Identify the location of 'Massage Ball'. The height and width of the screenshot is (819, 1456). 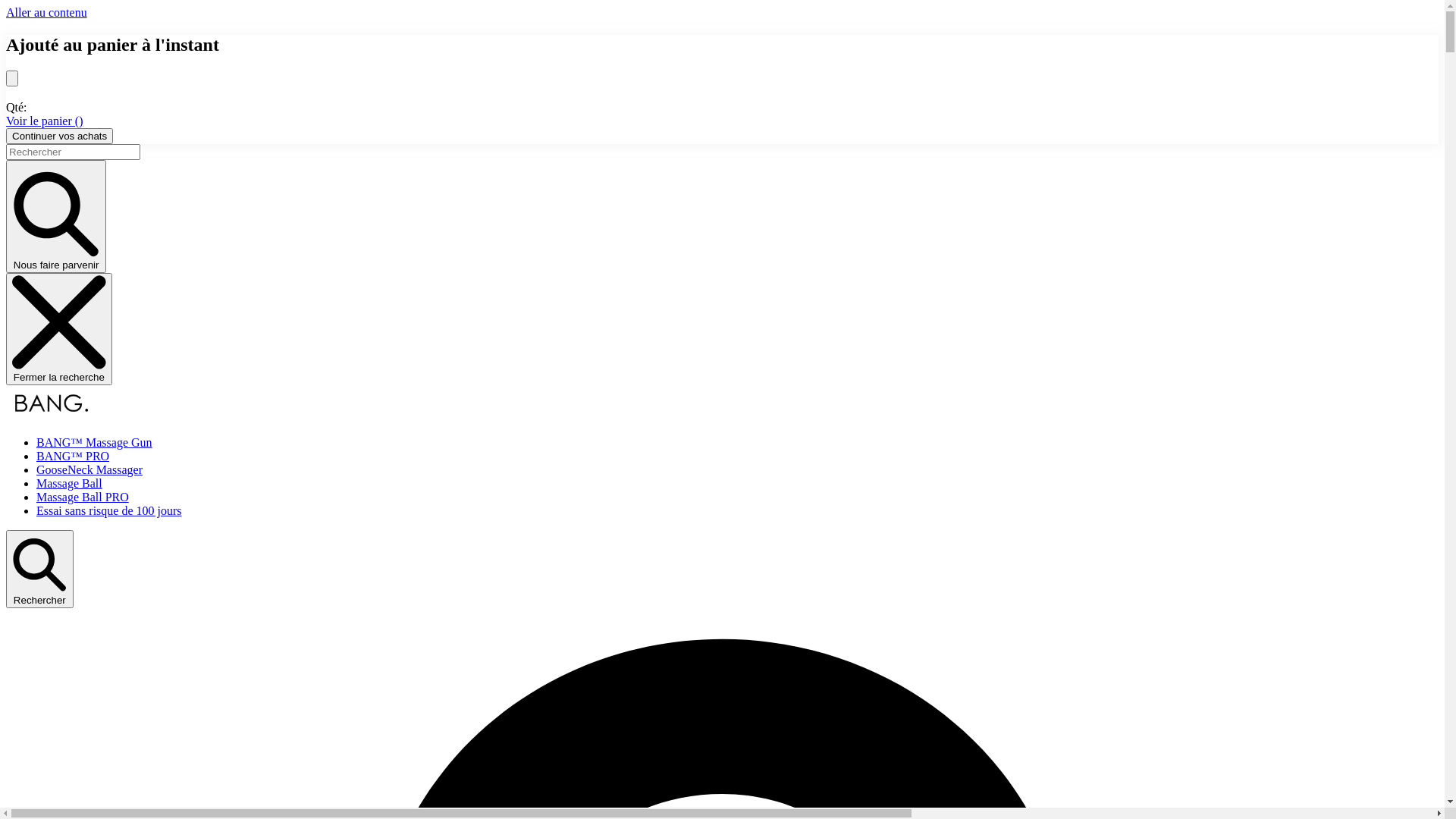
(68, 483).